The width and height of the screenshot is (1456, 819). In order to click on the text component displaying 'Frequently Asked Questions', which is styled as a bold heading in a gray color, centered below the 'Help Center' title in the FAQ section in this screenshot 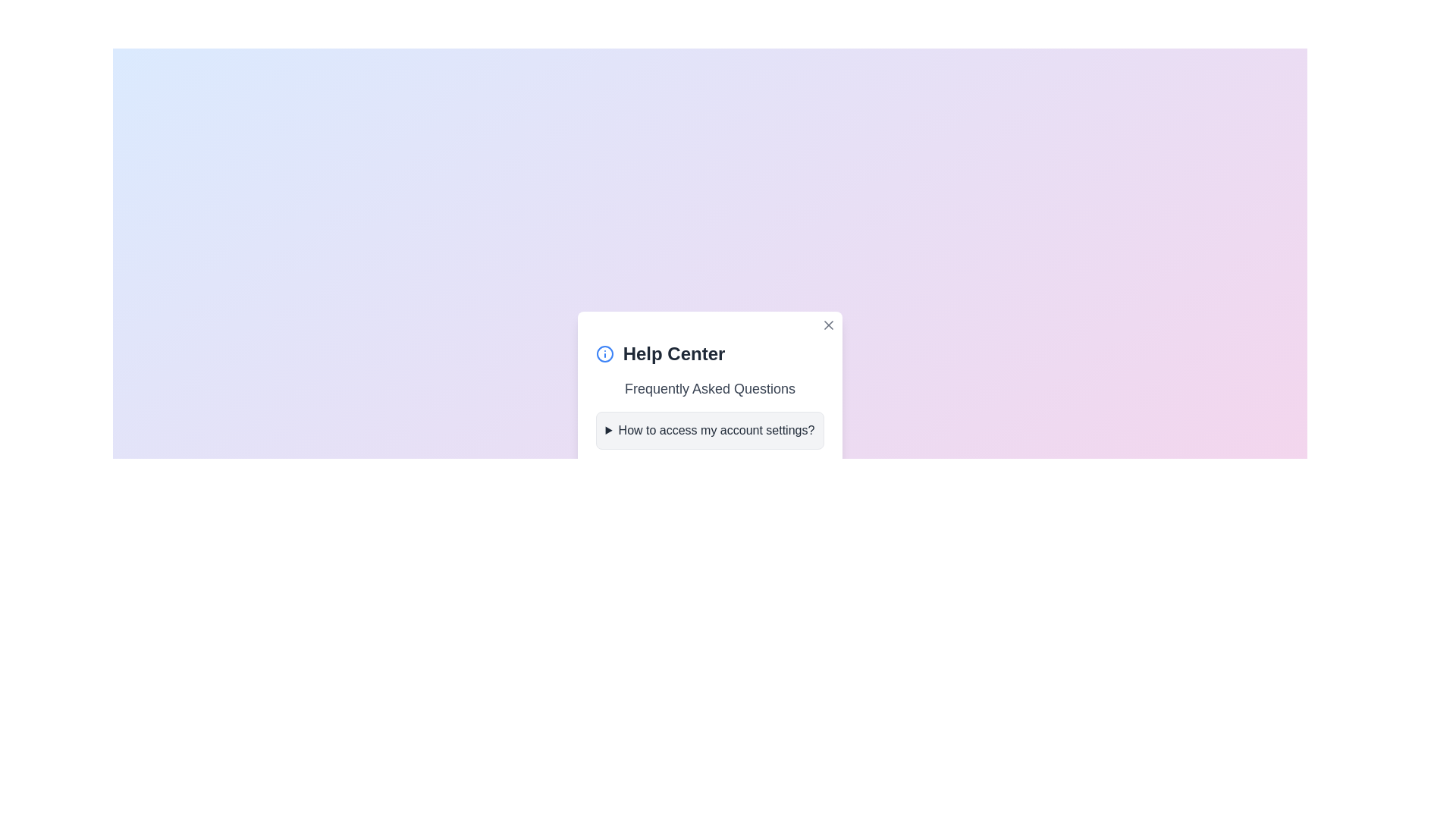, I will do `click(709, 388)`.